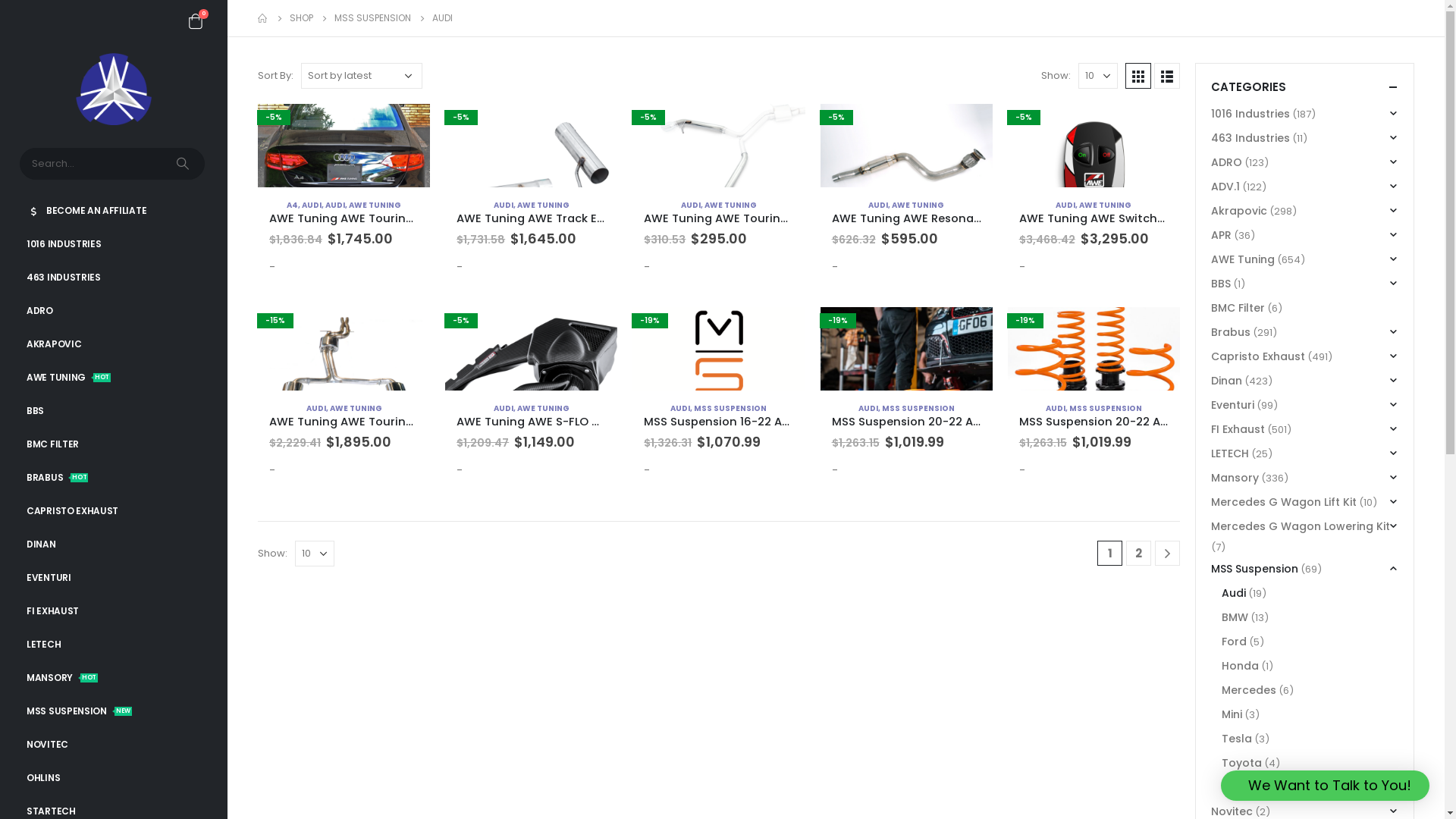 This screenshot has width=1456, height=819. Describe the element at coordinates (1166, 76) in the screenshot. I see `'List View'` at that location.